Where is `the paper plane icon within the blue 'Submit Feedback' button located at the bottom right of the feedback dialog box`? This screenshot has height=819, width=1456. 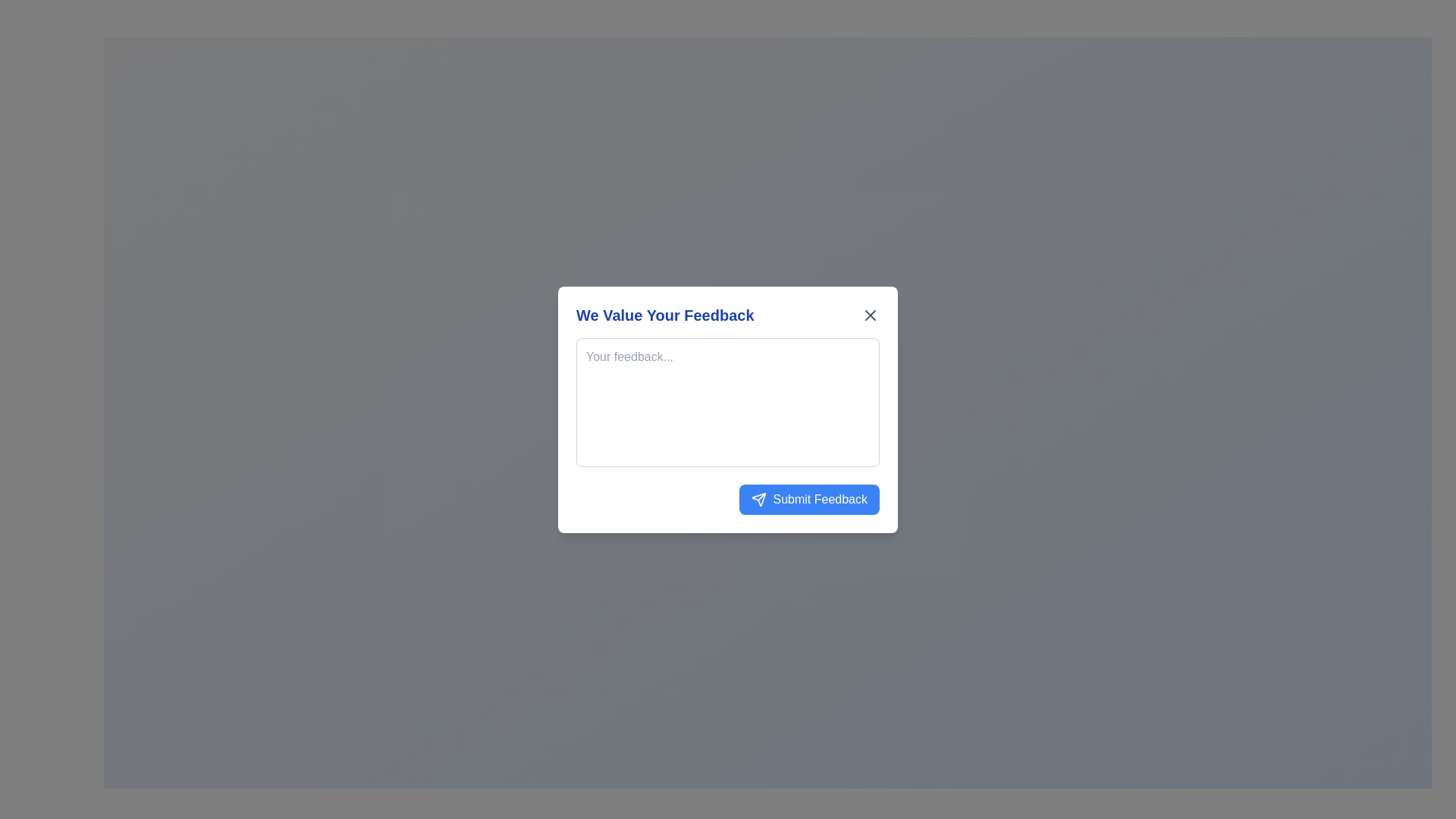 the paper plane icon within the blue 'Submit Feedback' button located at the bottom right of the feedback dialog box is located at coordinates (759, 499).